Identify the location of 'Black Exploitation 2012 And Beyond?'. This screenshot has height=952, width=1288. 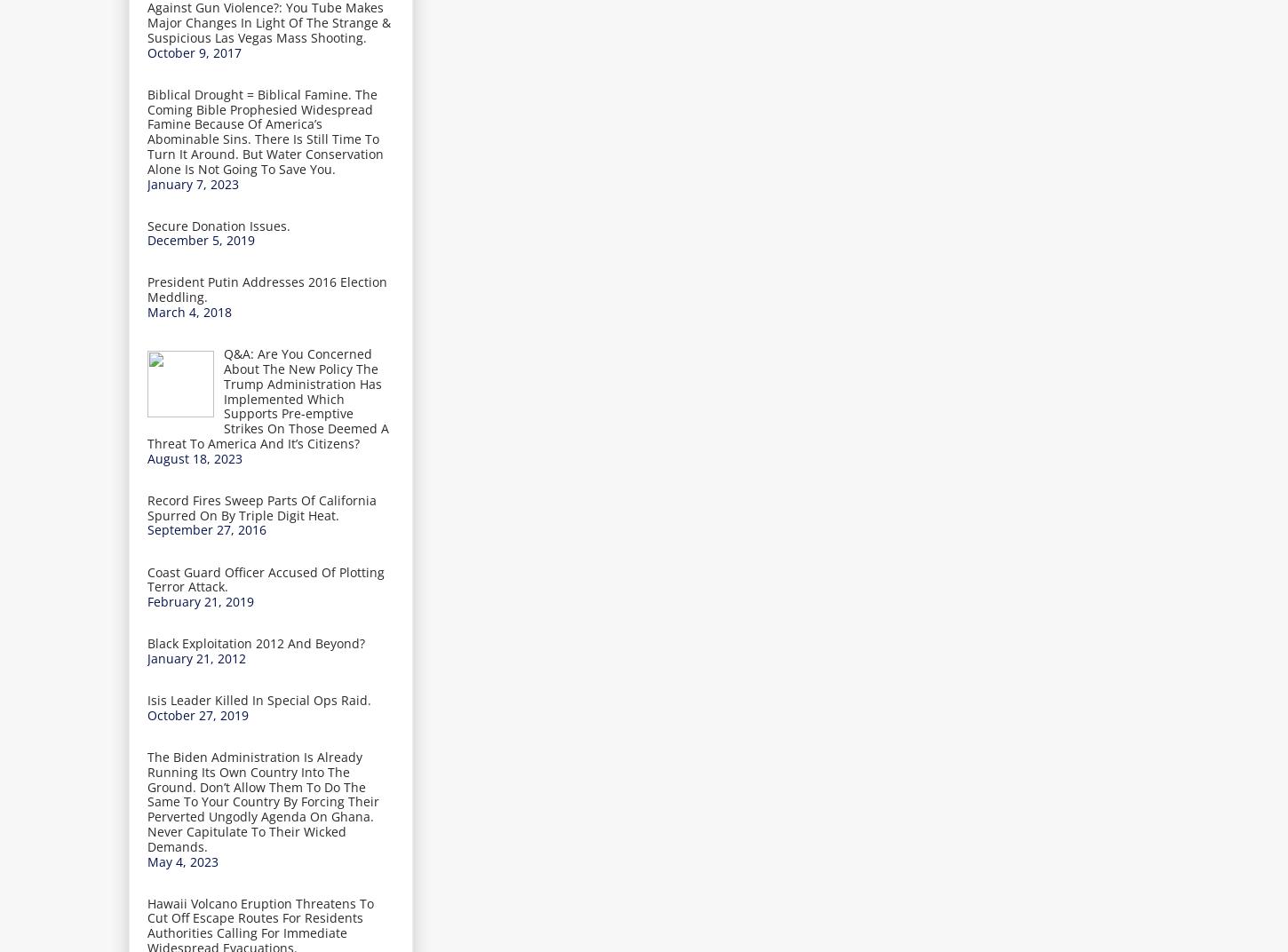
(256, 642).